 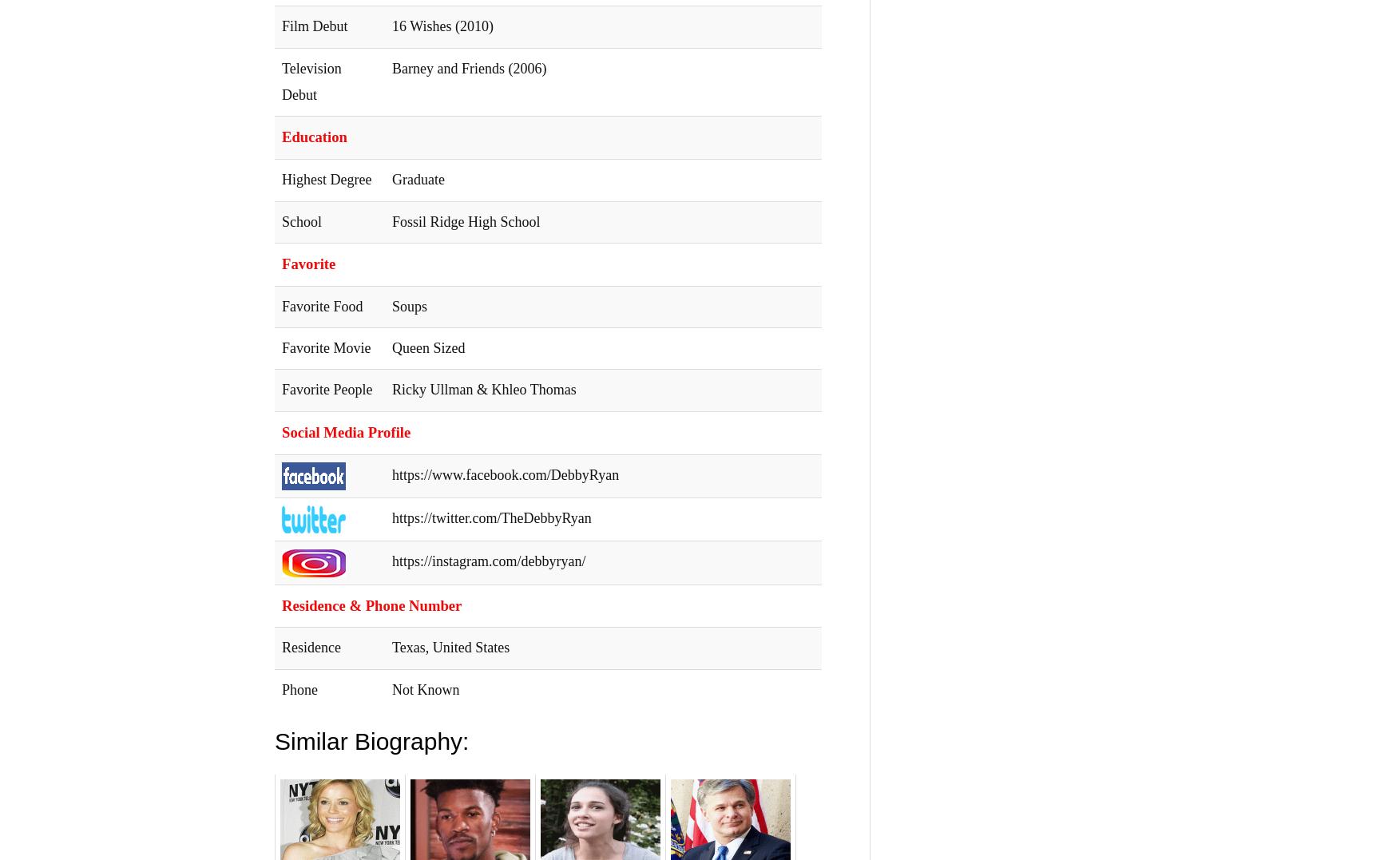 I want to click on 'Film Debut', so click(x=282, y=25).